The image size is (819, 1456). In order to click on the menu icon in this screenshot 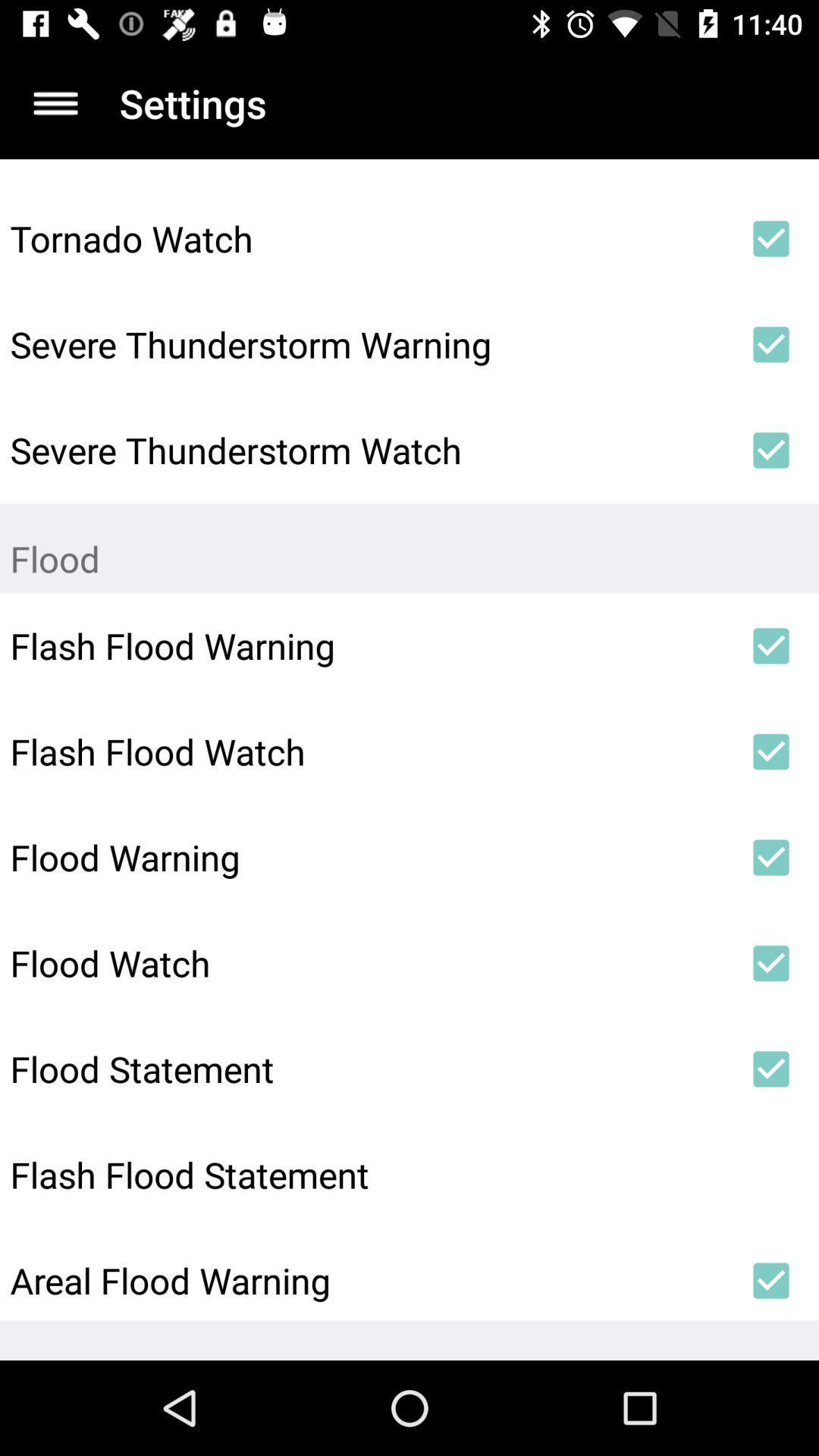, I will do `click(55, 102)`.